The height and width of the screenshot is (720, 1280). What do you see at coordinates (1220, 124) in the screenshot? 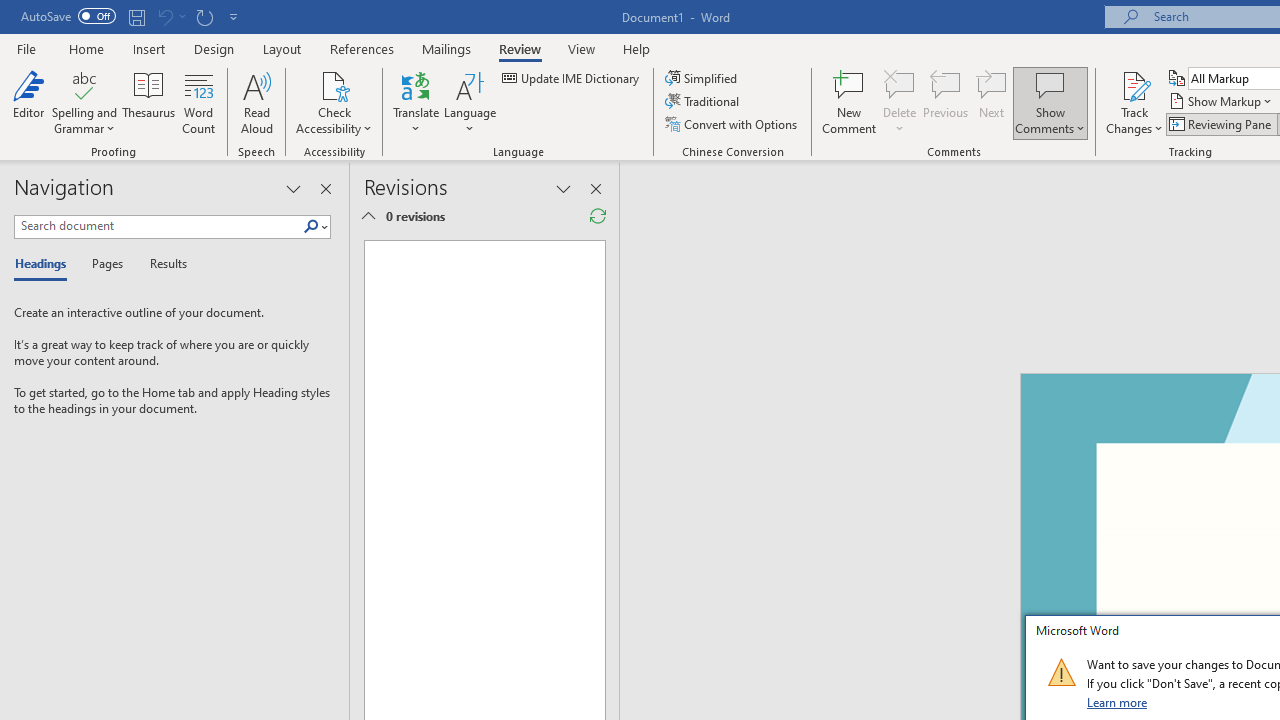
I see `'Reviewing Pane'` at bounding box center [1220, 124].